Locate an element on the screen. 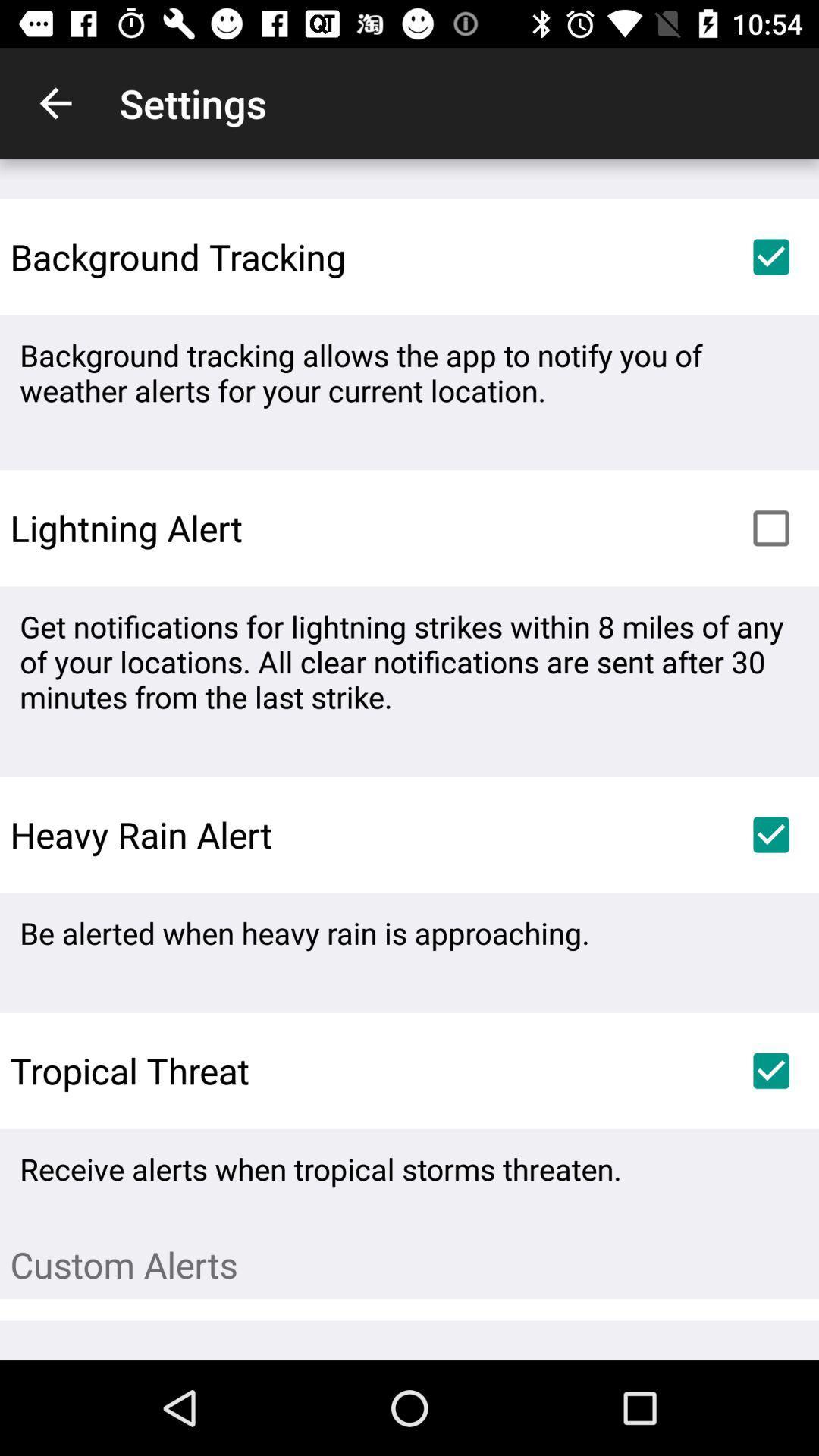  the item above tropical threat is located at coordinates (304, 932).